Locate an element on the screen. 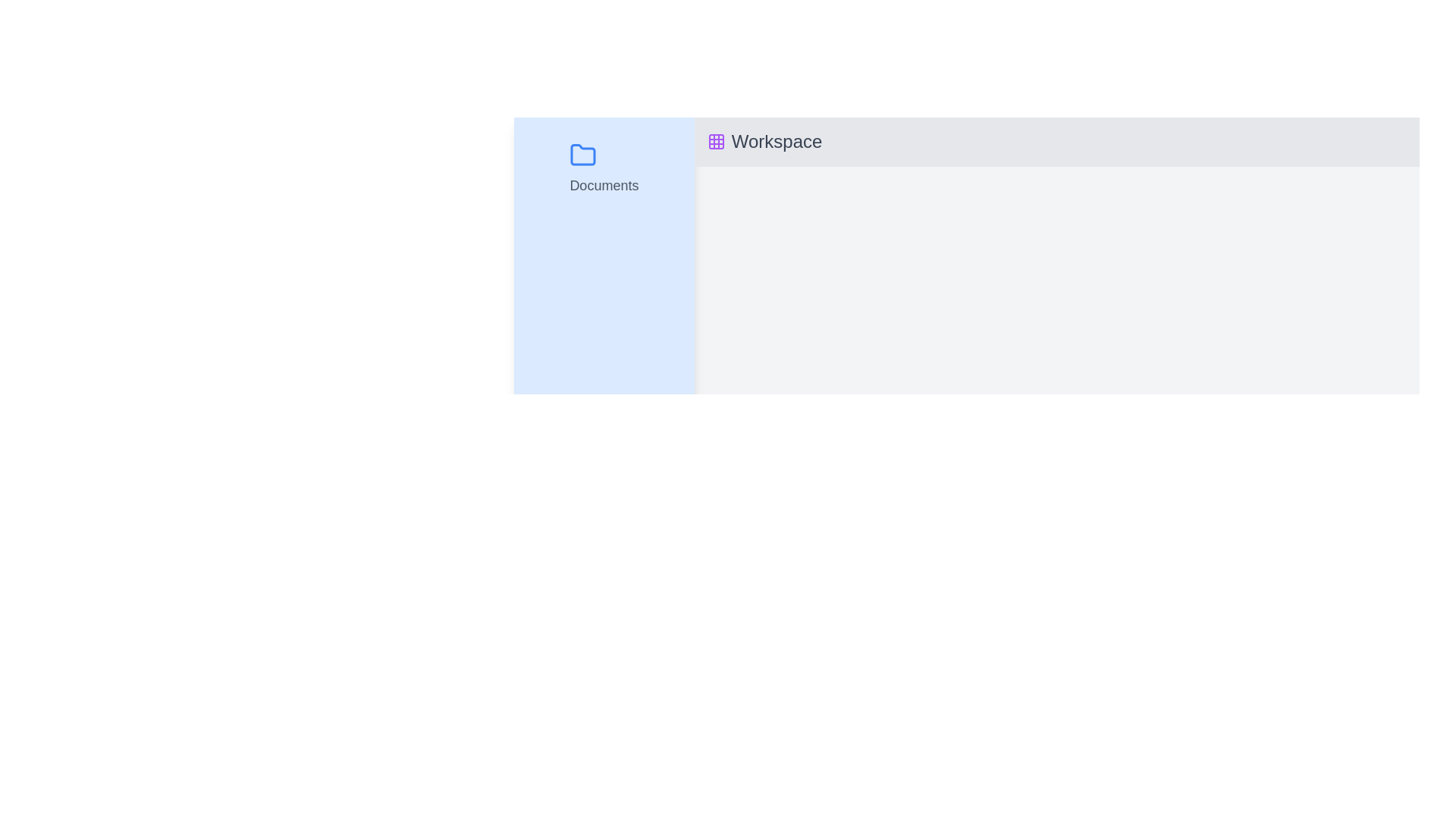  the small rectangular icon with rounded corners, outlined with a purple stroke, located in the top-left corner of the grid is located at coordinates (715, 141).